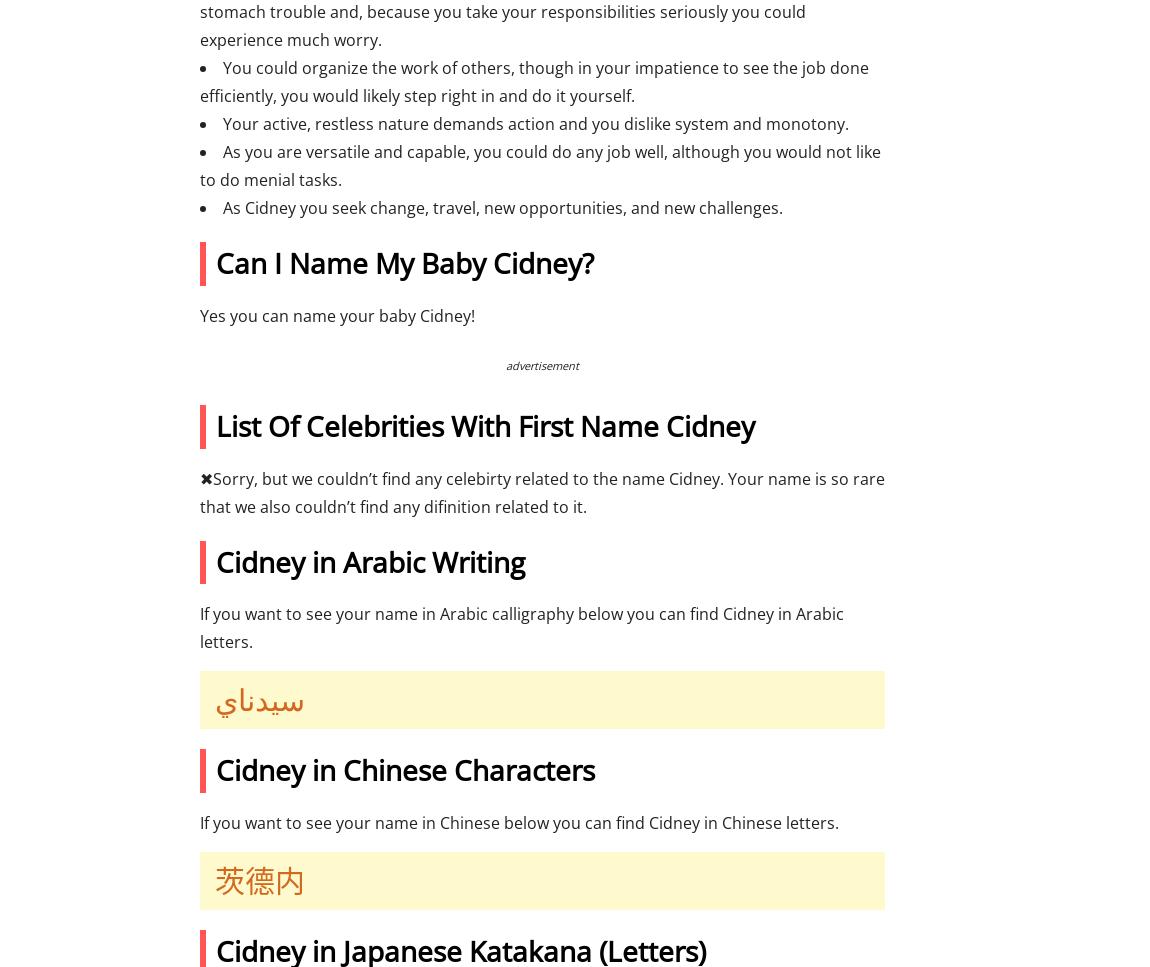  I want to click on 'If you want to see your name in Arabic calligraphy below you can find Cidney in Arabic letters.', so click(521, 627).